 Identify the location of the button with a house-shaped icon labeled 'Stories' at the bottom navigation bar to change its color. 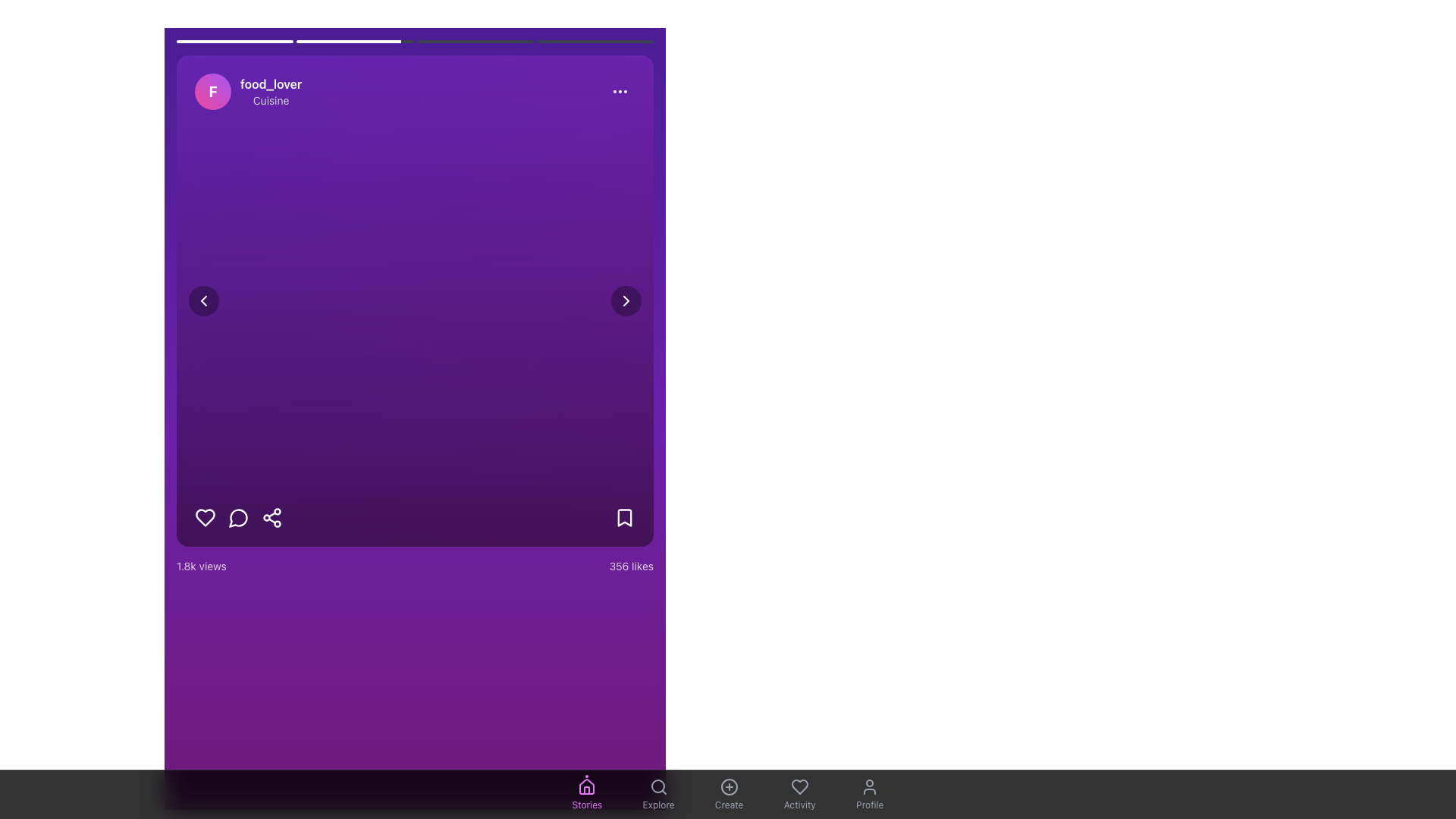
(586, 794).